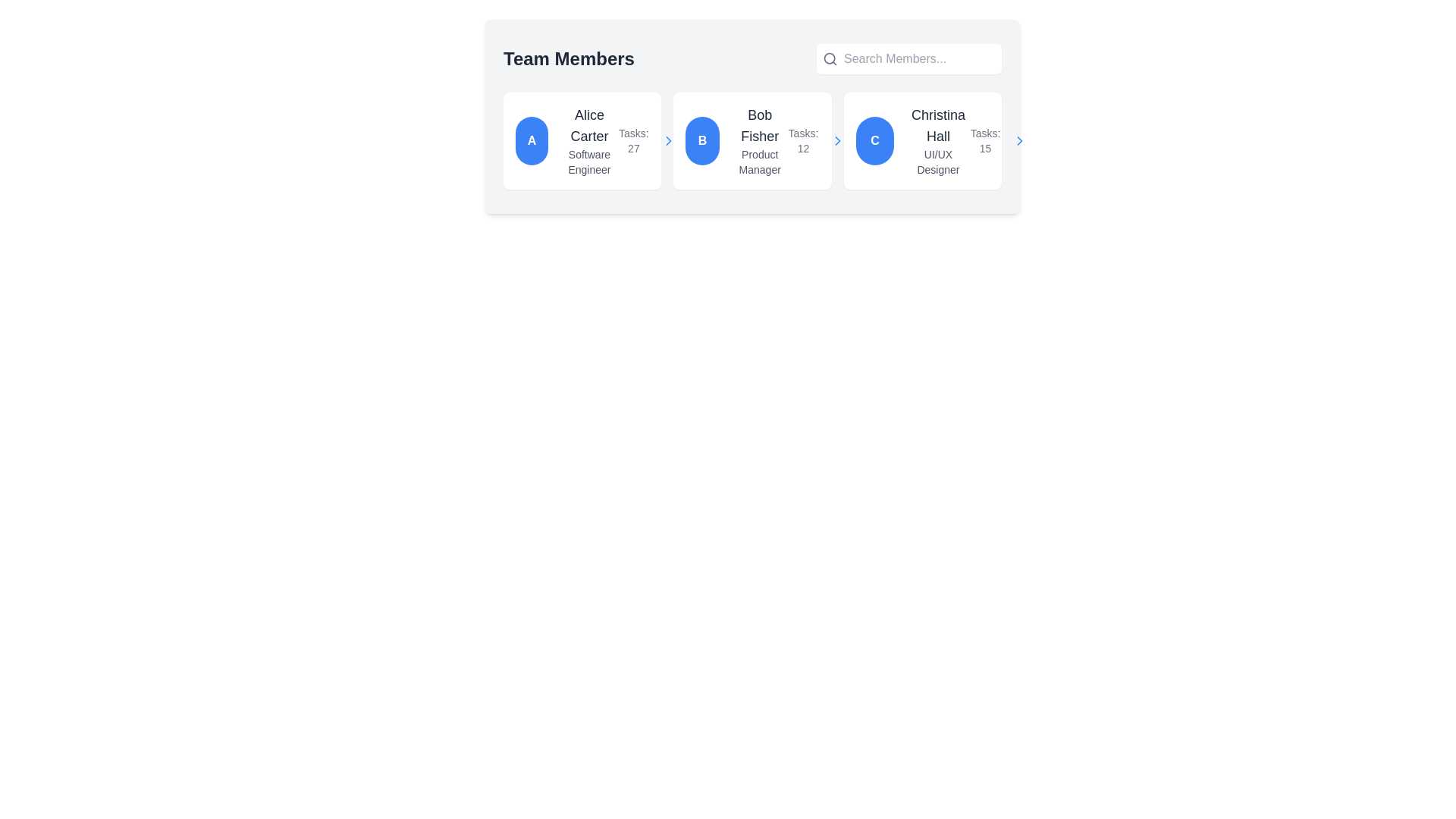 This screenshot has width=1456, height=819. What do you see at coordinates (588, 140) in the screenshot?
I see `displayed text in the text block containing the name 'Alice Carter' and the job title 'Software Engineer', which is positioned within the card for 'Alice Carter' and located to the right of the avatar 'A'` at bounding box center [588, 140].